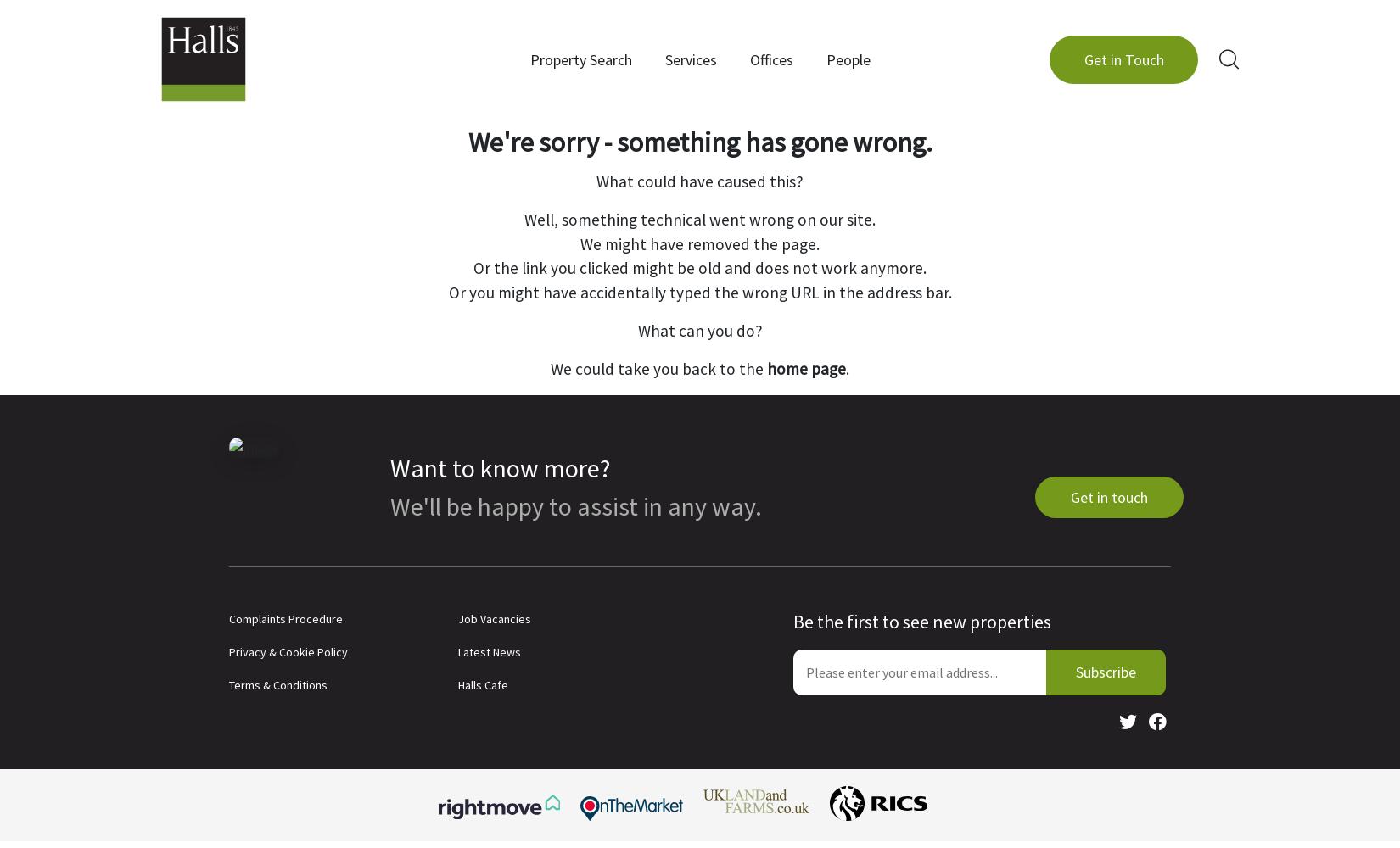  Describe the element at coordinates (806, 368) in the screenshot. I see `'home page'` at that location.